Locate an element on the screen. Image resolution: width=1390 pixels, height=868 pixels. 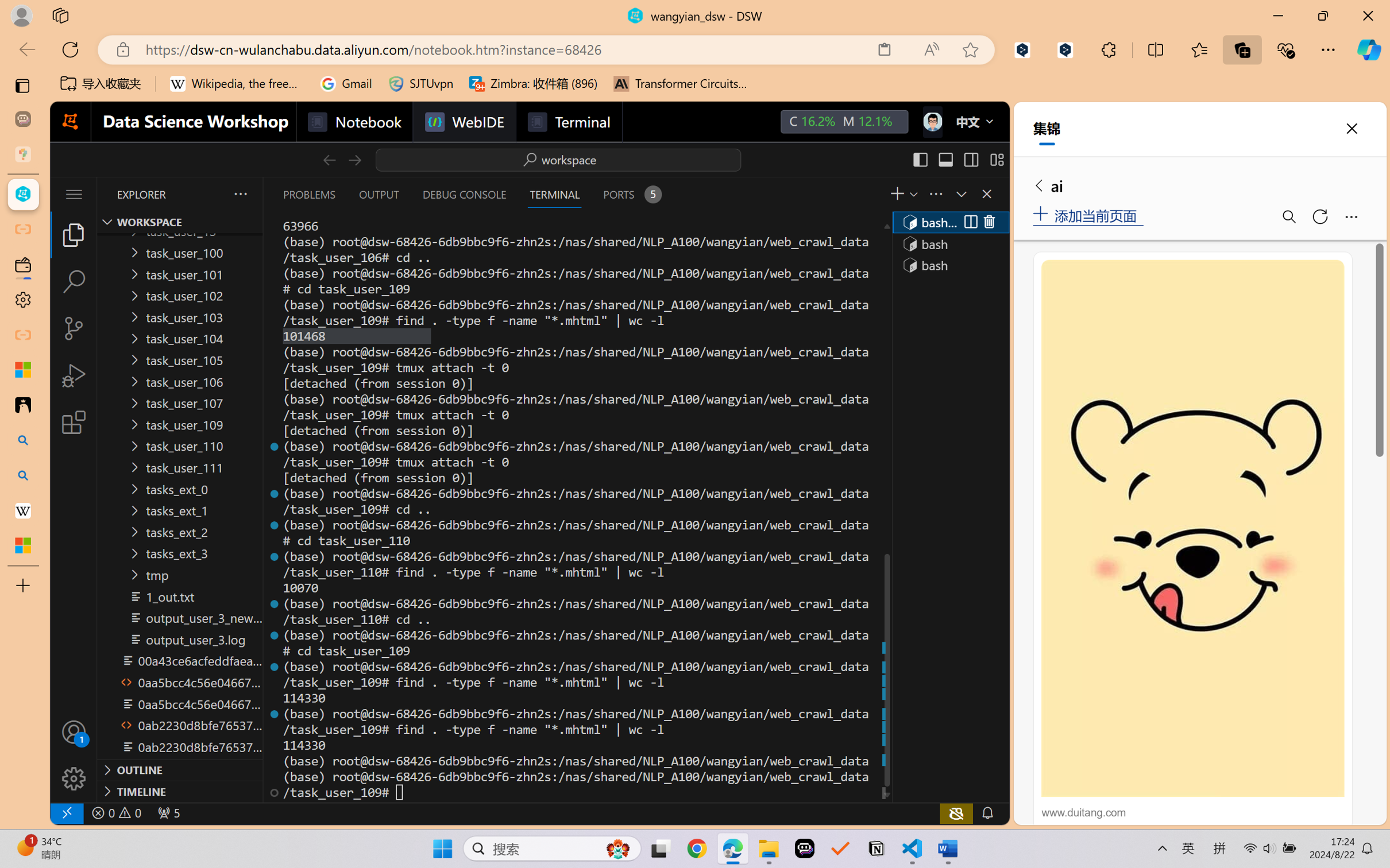
'Application Menu' is located at coordinates (73, 193).